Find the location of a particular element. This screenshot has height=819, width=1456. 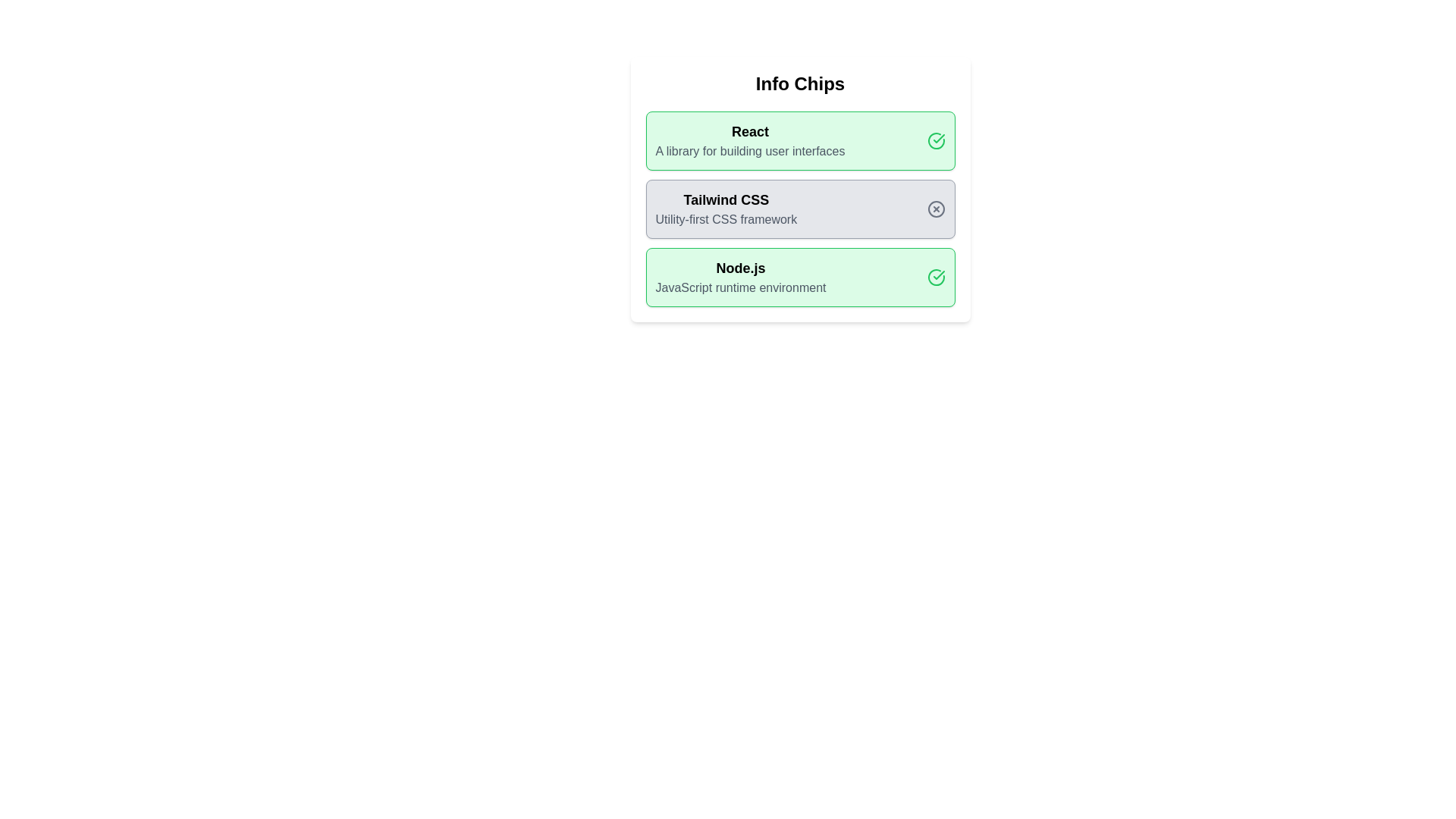

the chip labeled Tailwind CSS is located at coordinates (799, 209).